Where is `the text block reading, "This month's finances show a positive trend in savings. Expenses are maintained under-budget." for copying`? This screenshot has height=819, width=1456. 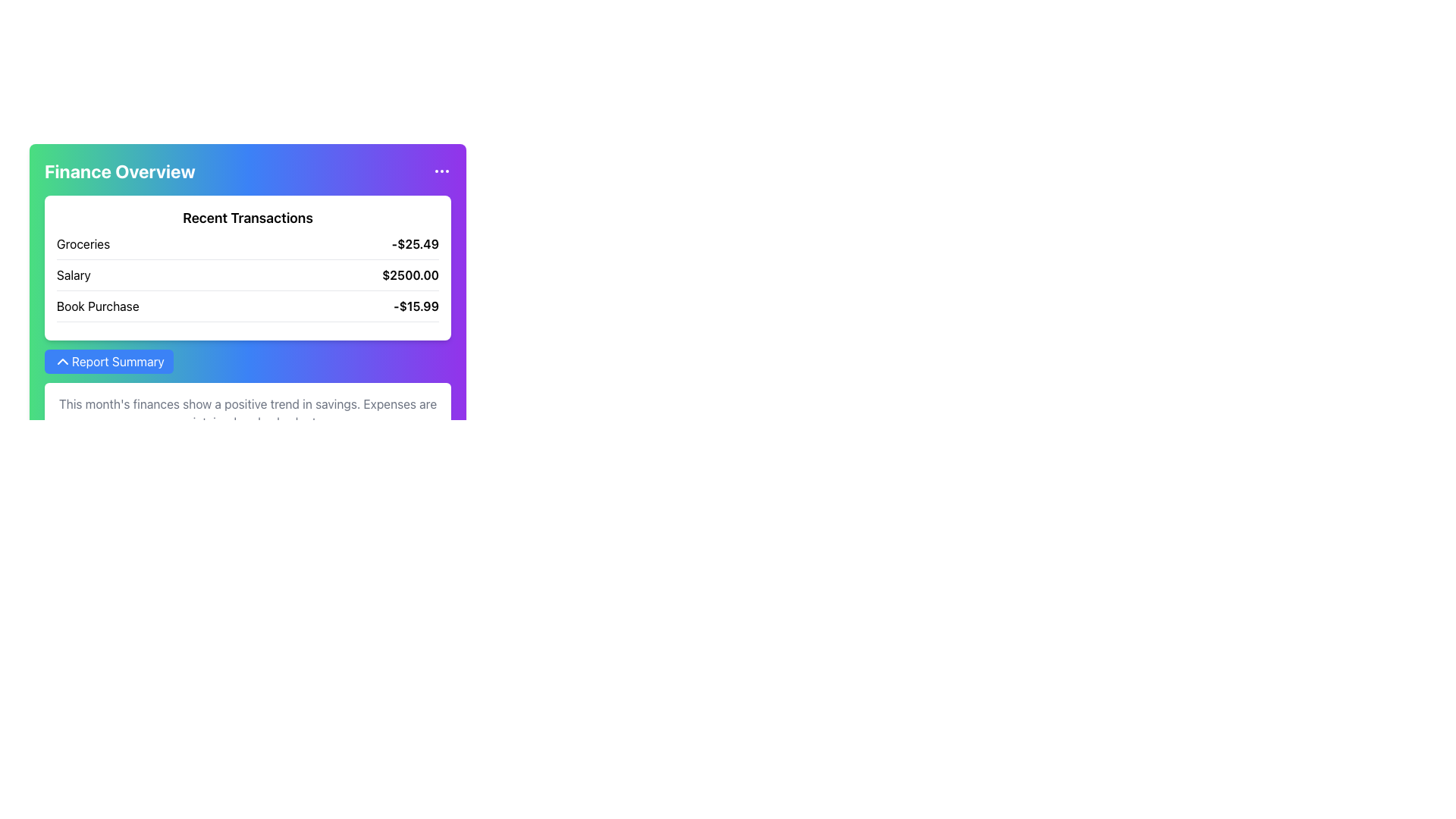
the text block reading, "This month's finances show a positive trend in savings. Expenses are maintained under-budget." for copying is located at coordinates (247, 413).